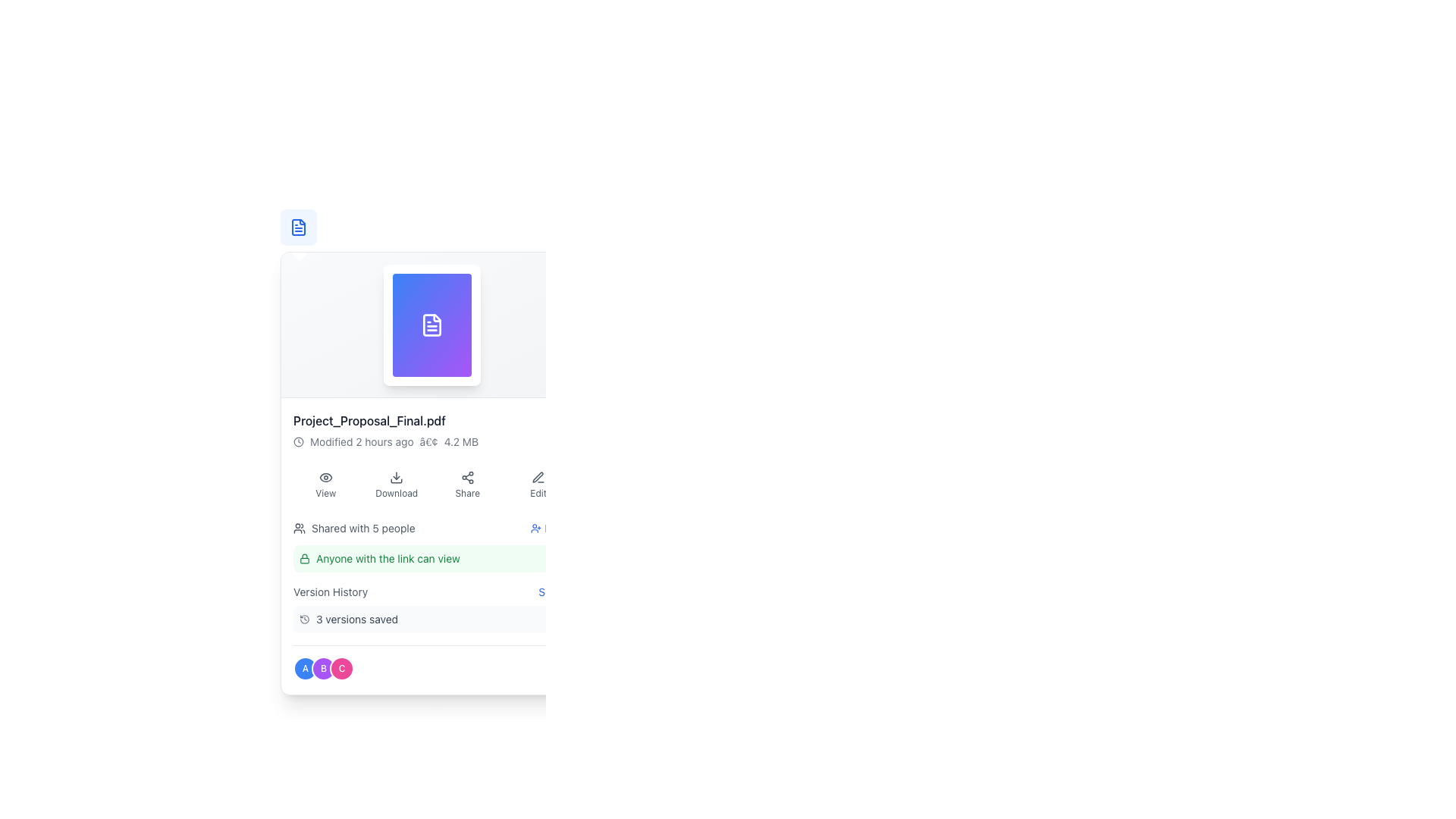  Describe the element at coordinates (428, 441) in the screenshot. I see `the bullet point styled in gray that serves as a separator between the 'Modified 2 hours ago' text and the '4.2 MB' label within the text description block` at that location.